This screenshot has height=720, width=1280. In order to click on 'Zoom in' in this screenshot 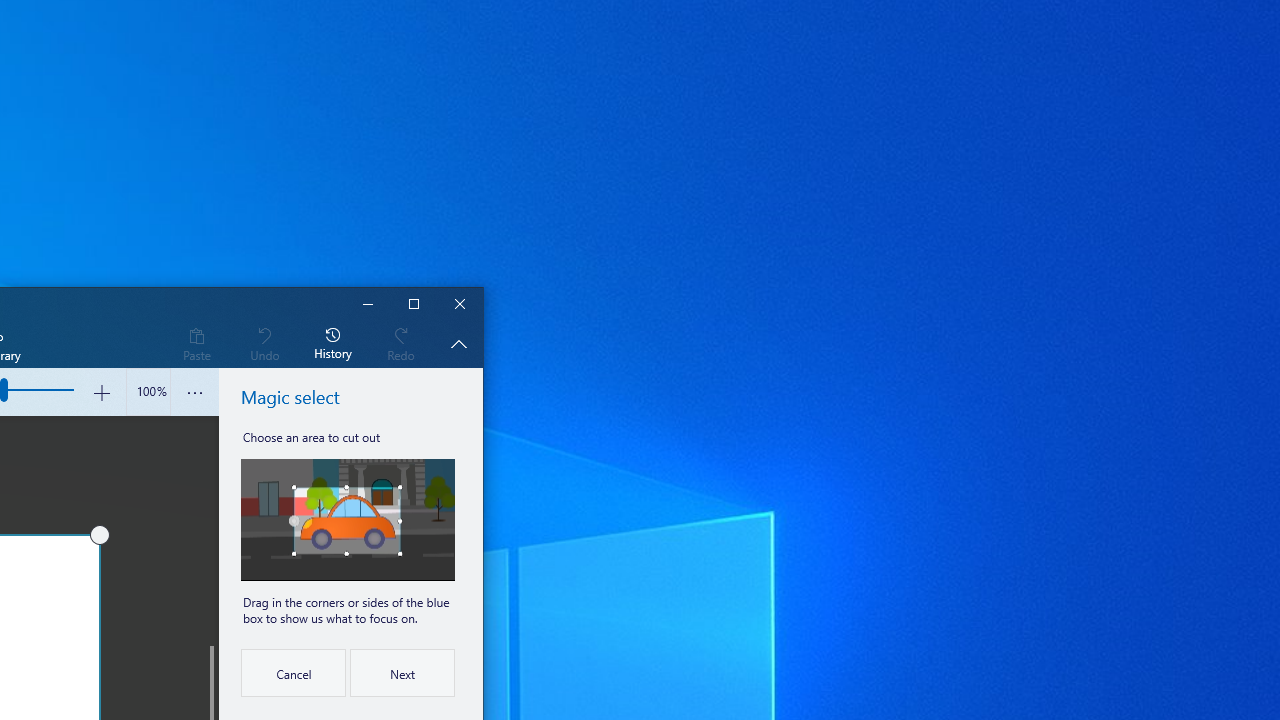, I will do `click(100, 392)`.